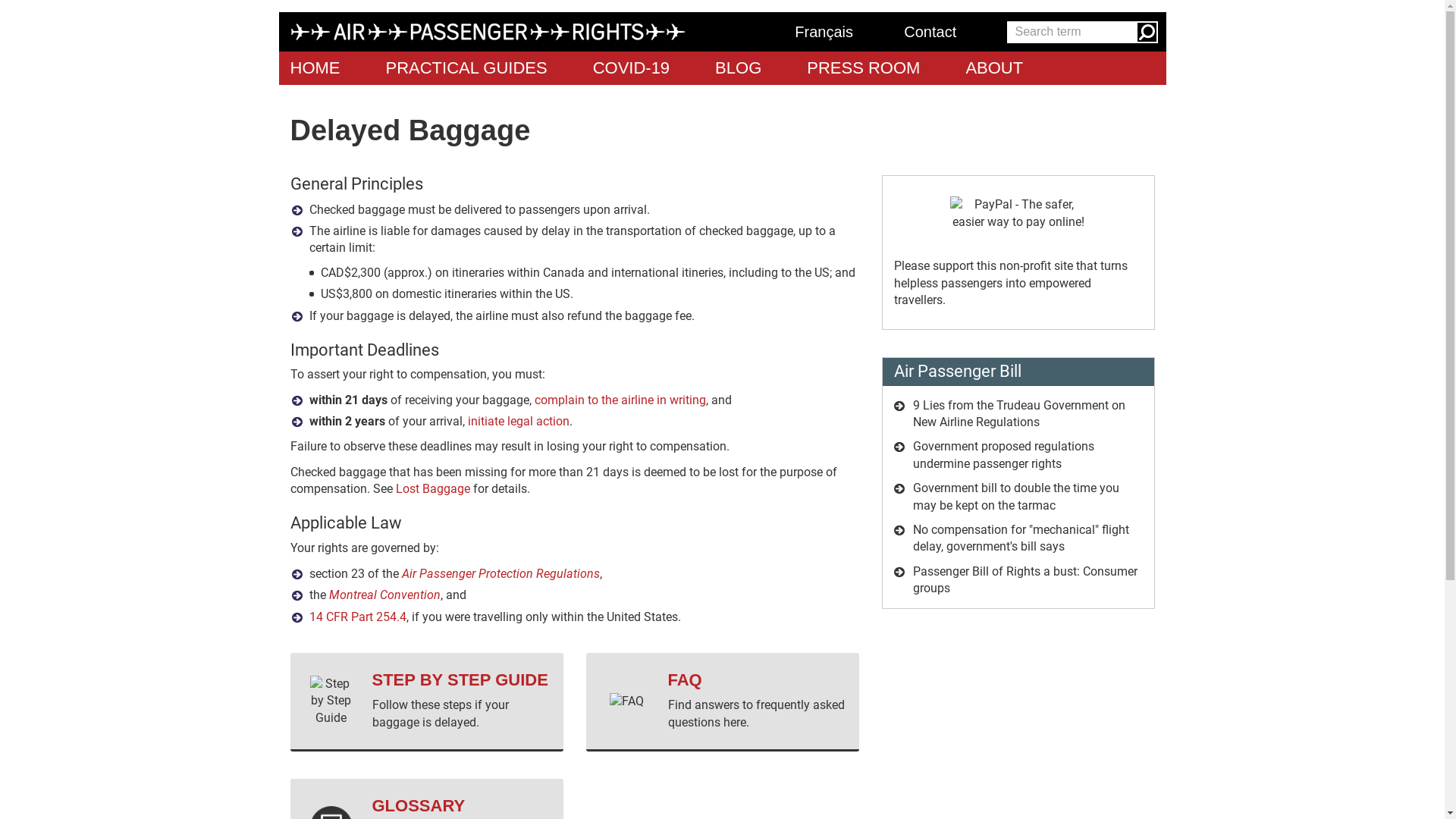 The height and width of the screenshot is (819, 1456). What do you see at coordinates (912, 453) in the screenshot?
I see `'Government proposed regulations undermine passenger rights'` at bounding box center [912, 453].